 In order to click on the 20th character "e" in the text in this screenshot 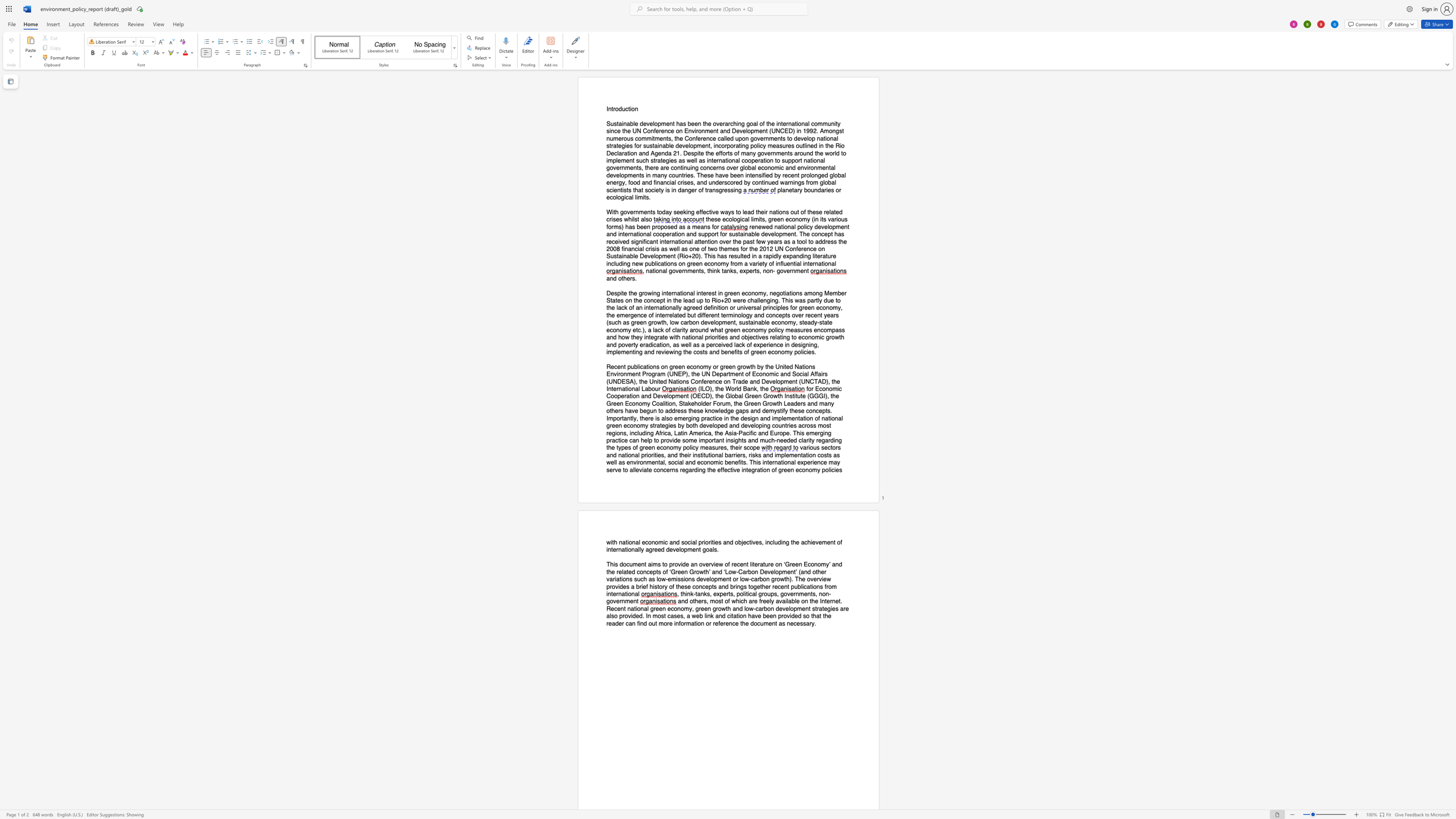, I will do `click(767, 381)`.